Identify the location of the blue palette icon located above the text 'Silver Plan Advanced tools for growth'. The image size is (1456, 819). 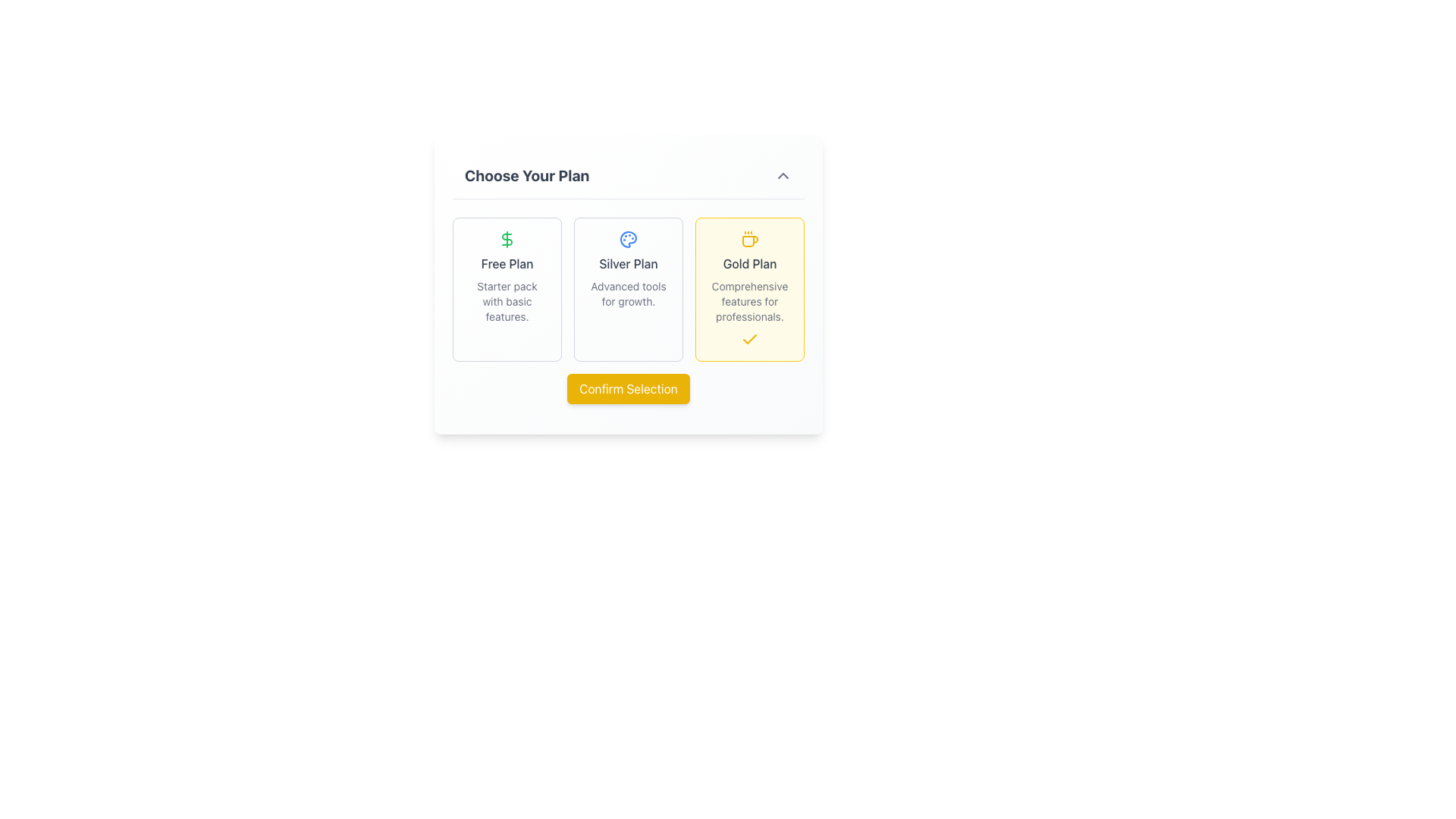
(629, 239).